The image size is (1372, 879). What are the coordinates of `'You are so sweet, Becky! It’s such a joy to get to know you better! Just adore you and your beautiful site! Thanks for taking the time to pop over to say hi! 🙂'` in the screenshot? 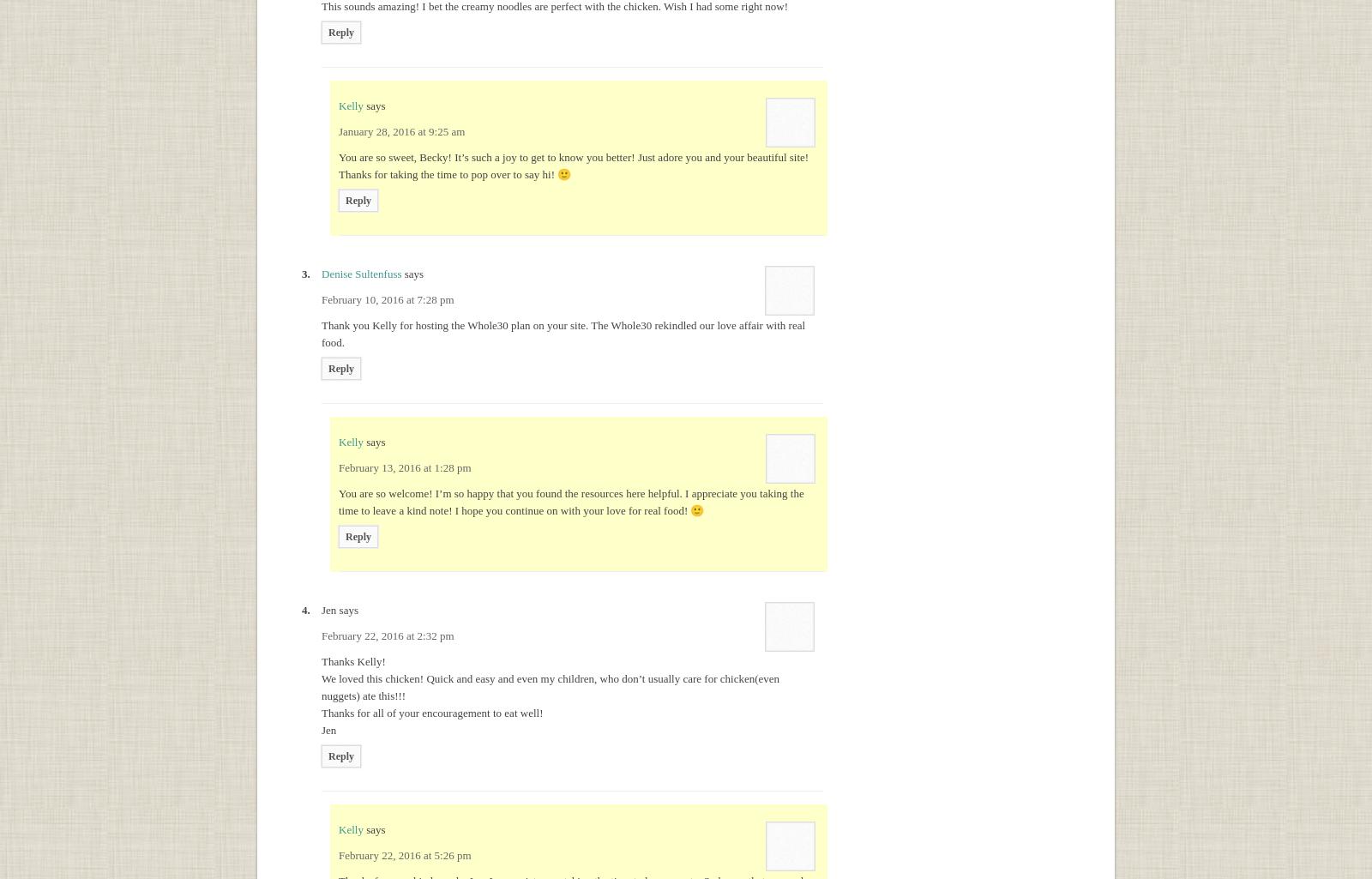 It's located at (573, 166).